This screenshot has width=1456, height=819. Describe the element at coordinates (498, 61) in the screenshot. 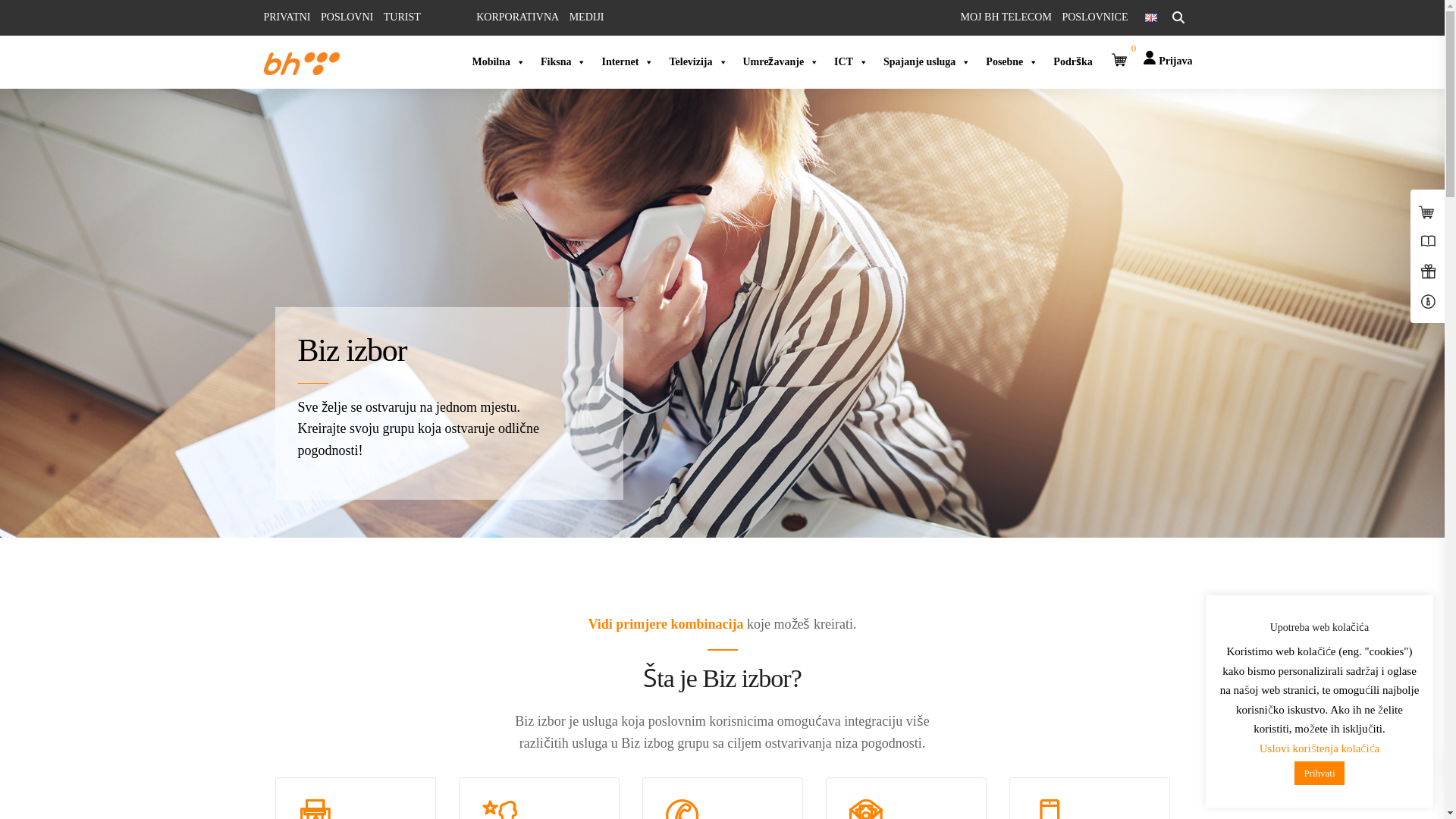

I see `'Mobilna'` at that location.